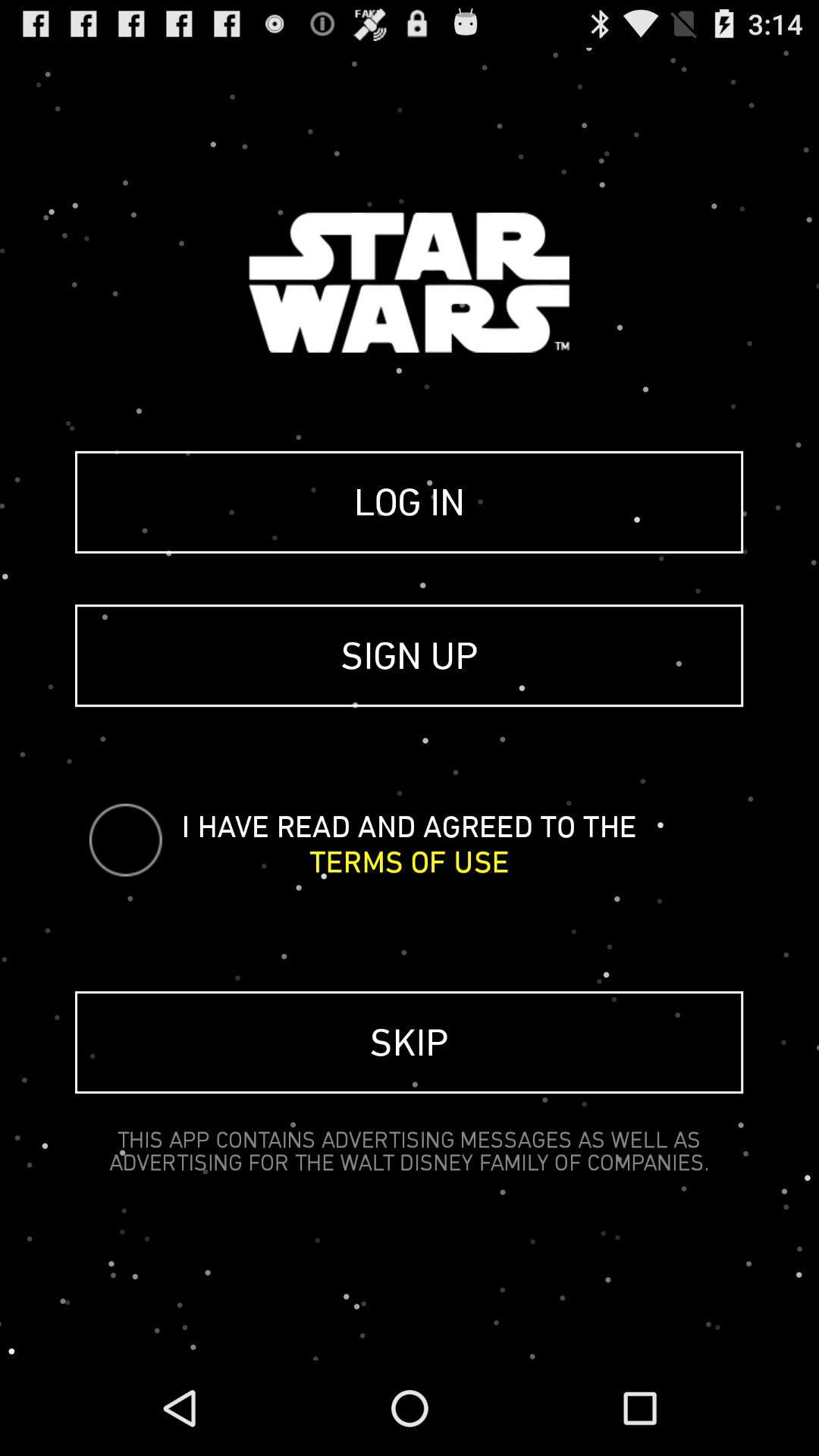 The width and height of the screenshot is (819, 1456). What do you see at coordinates (408, 861) in the screenshot?
I see `the item below the i have read icon` at bounding box center [408, 861].